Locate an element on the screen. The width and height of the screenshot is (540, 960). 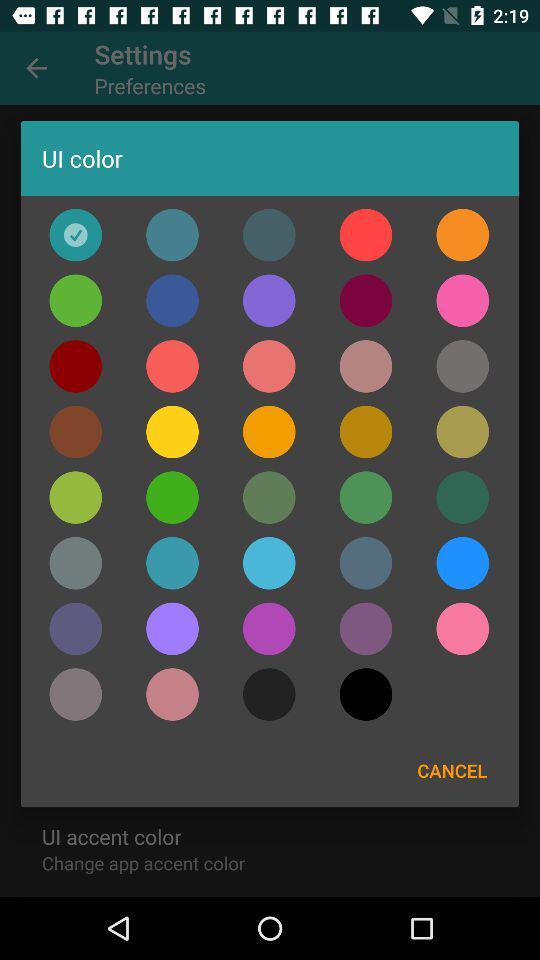
magenta ui color is located at coordinates (462, 299).